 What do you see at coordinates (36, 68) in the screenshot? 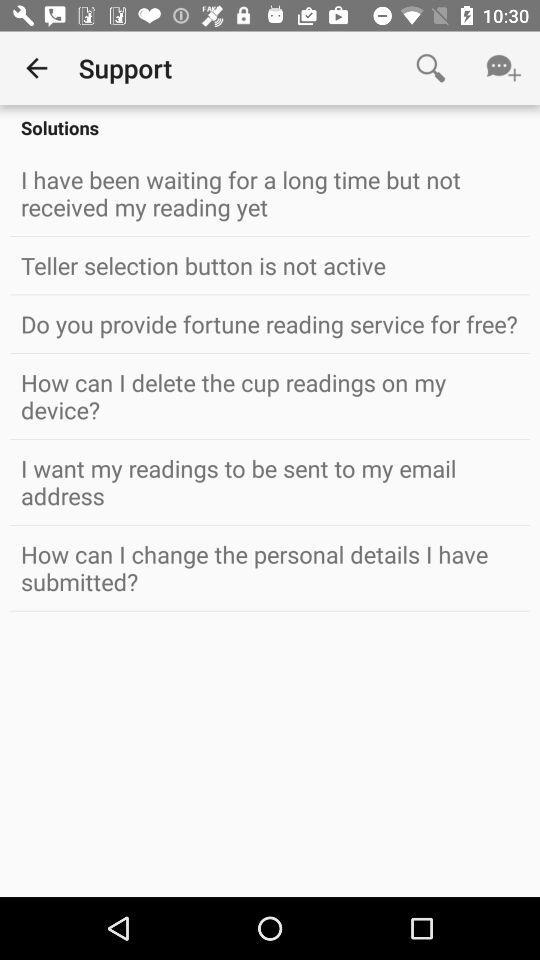
I see `icon above solutions item` at bounding box center [36, 68].